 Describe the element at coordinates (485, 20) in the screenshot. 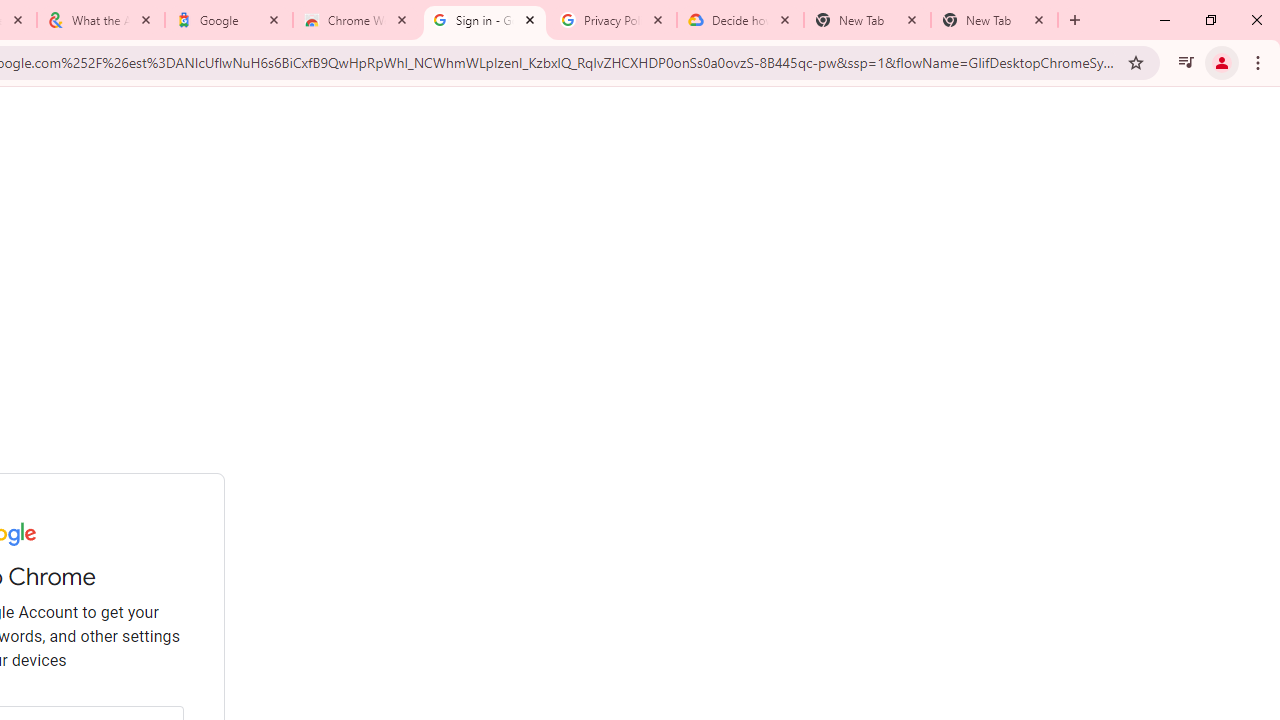

I see `'Sign in - Google Accounts'` at that location.